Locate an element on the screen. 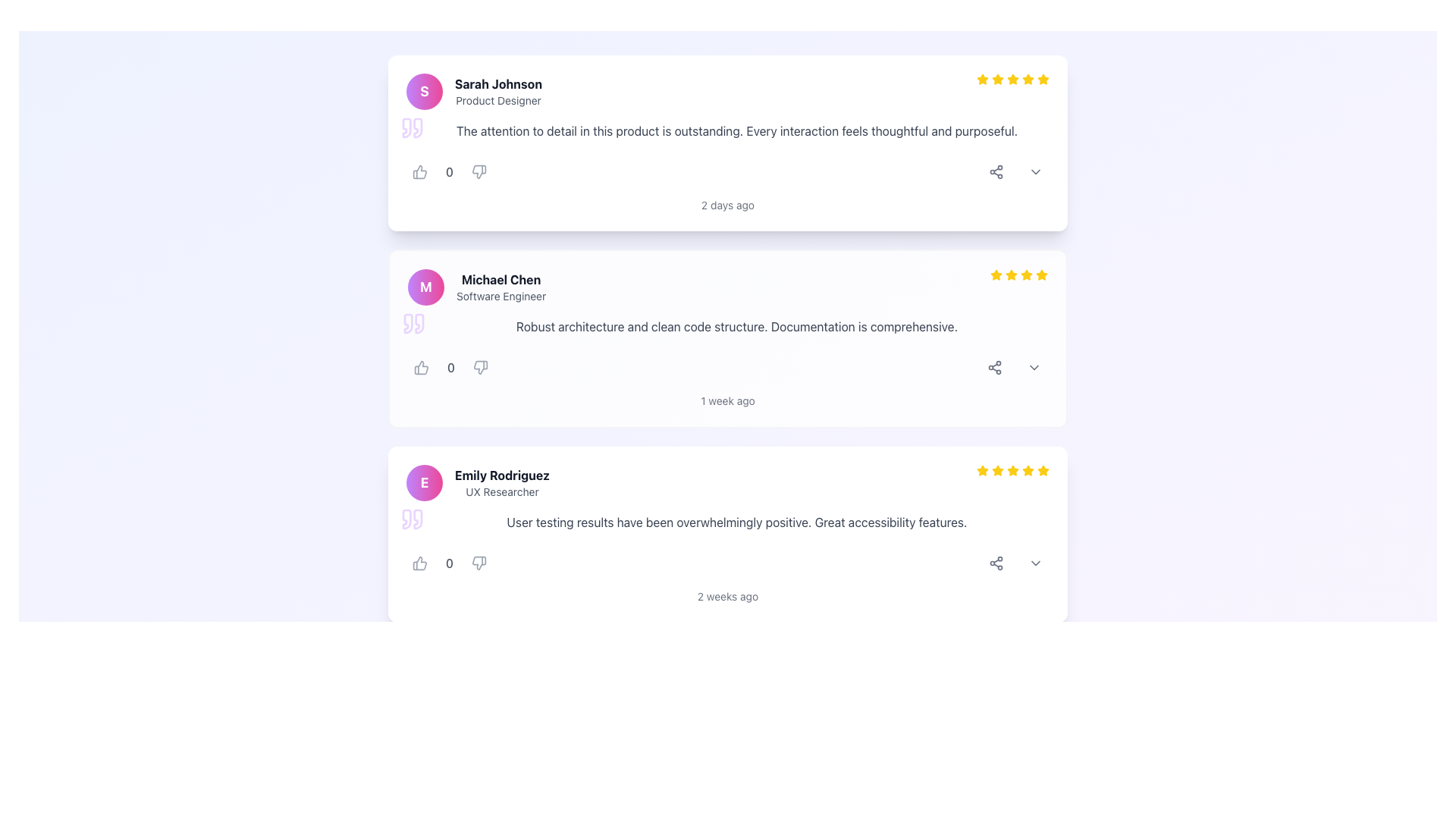  the fifth yellow star-shaped icon in the rating group on the top-right area of the user review card to modify the rating is located at coordinates (1041, 469).